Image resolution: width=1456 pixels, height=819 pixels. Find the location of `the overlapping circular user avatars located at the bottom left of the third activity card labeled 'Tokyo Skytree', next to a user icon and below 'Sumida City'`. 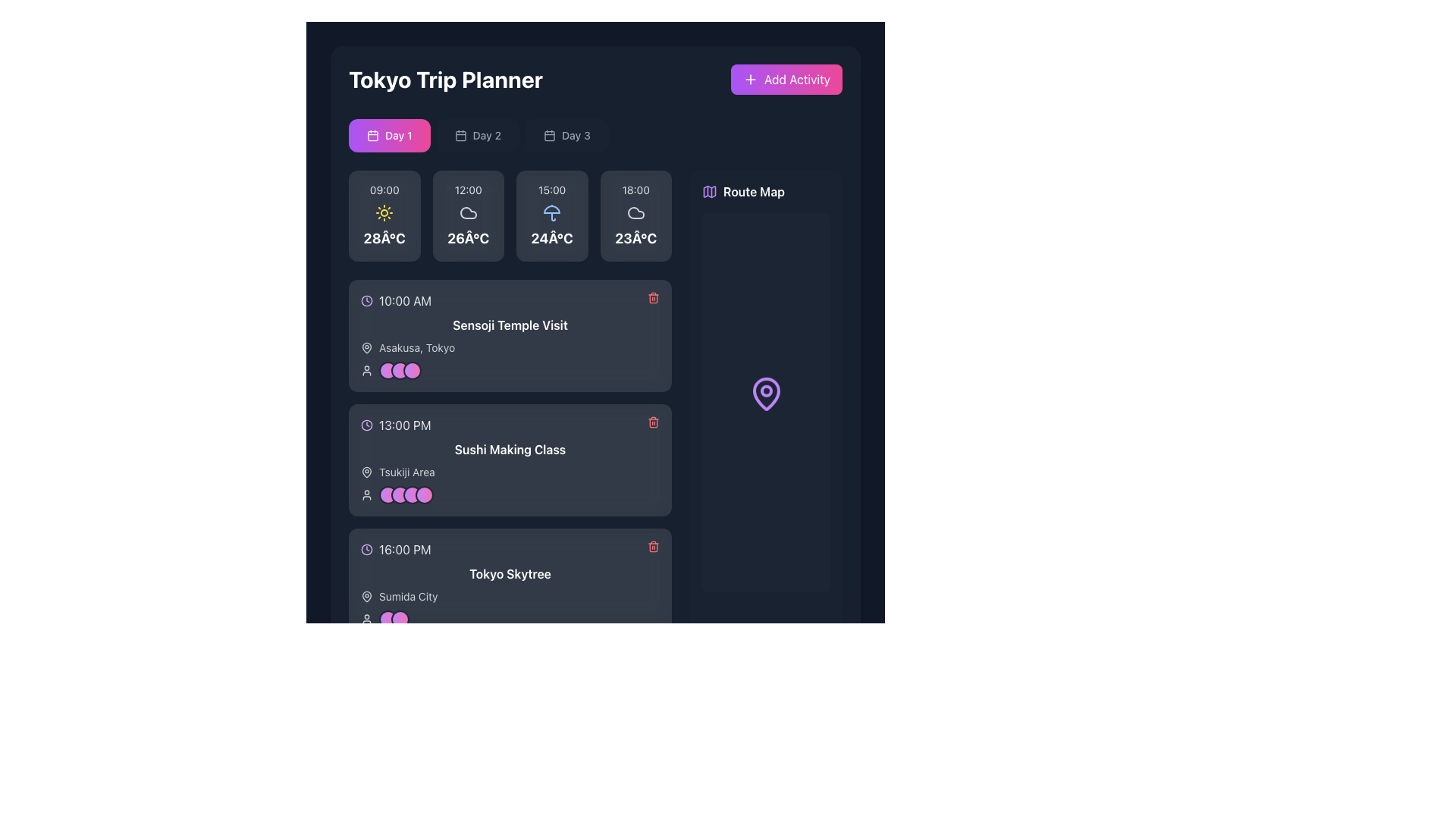

the overlapping circular user avatars located at the bottom left of the third activity card labeled 'Tokyo Skytree', next to a user icon and below 'Sumida City' is located at coordinates (394, 620).